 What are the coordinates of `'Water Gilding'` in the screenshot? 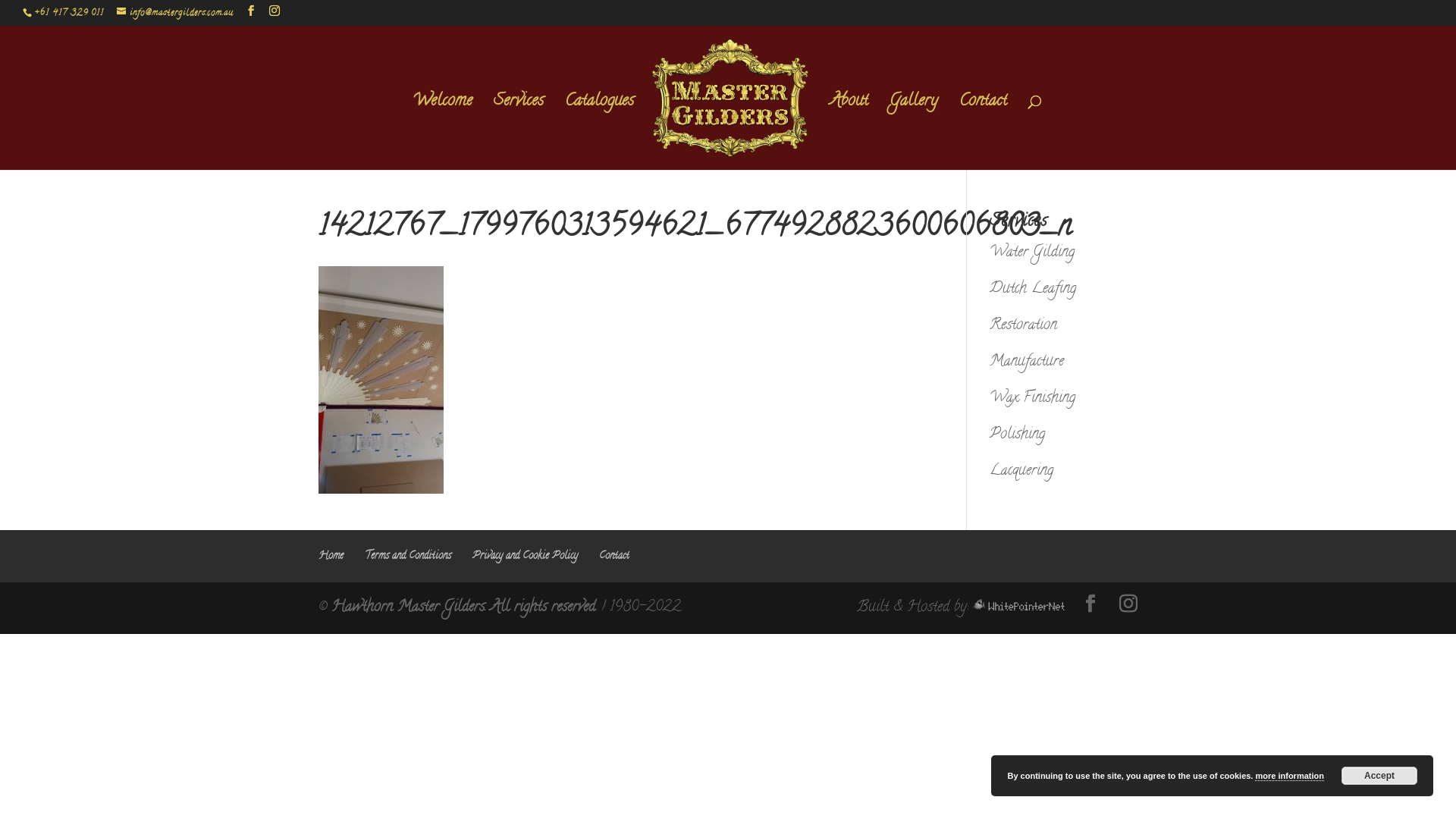 It's located at (990, 252).